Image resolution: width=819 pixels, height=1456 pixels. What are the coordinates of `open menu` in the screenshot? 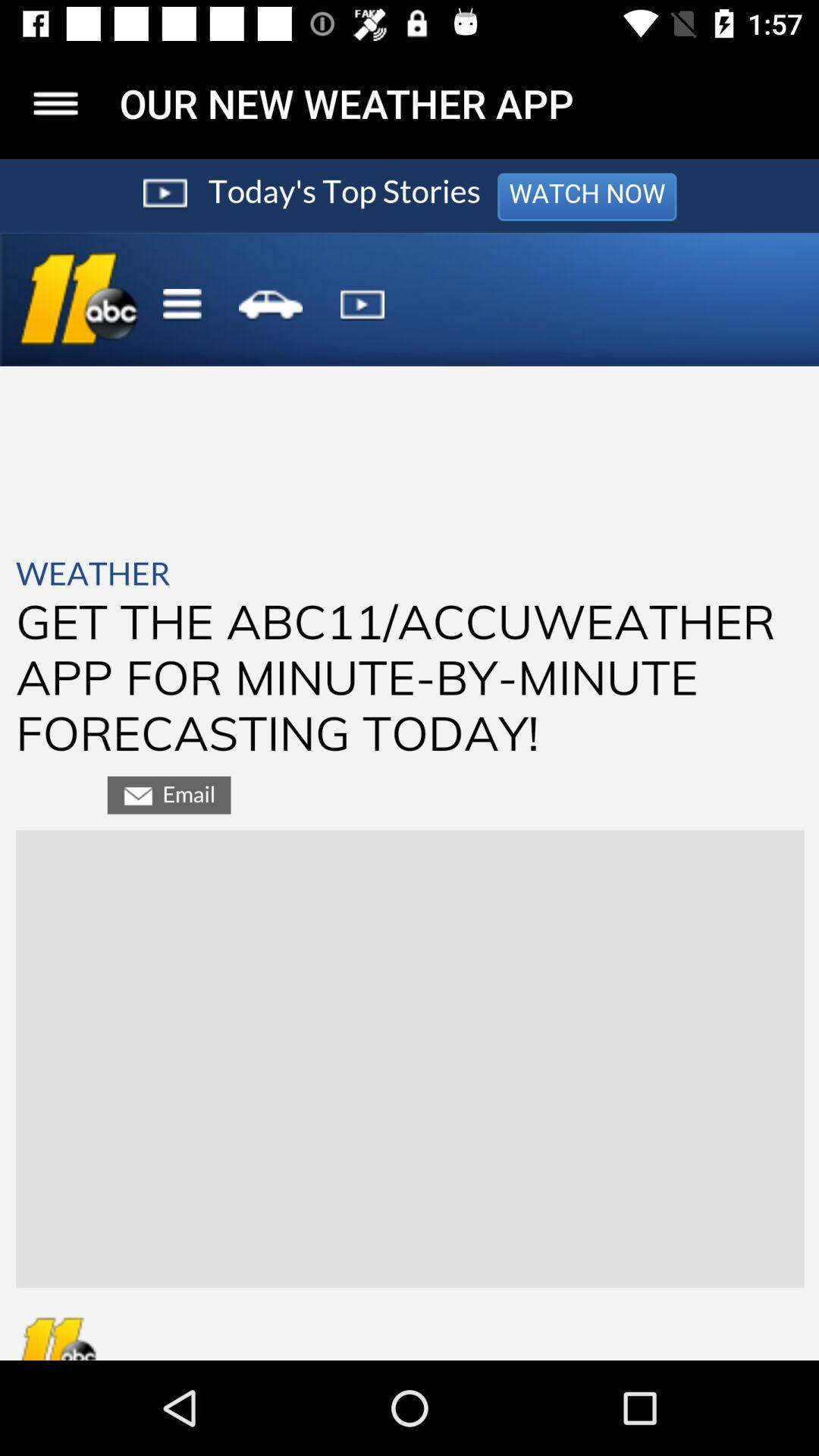 It's located at (55, 102).